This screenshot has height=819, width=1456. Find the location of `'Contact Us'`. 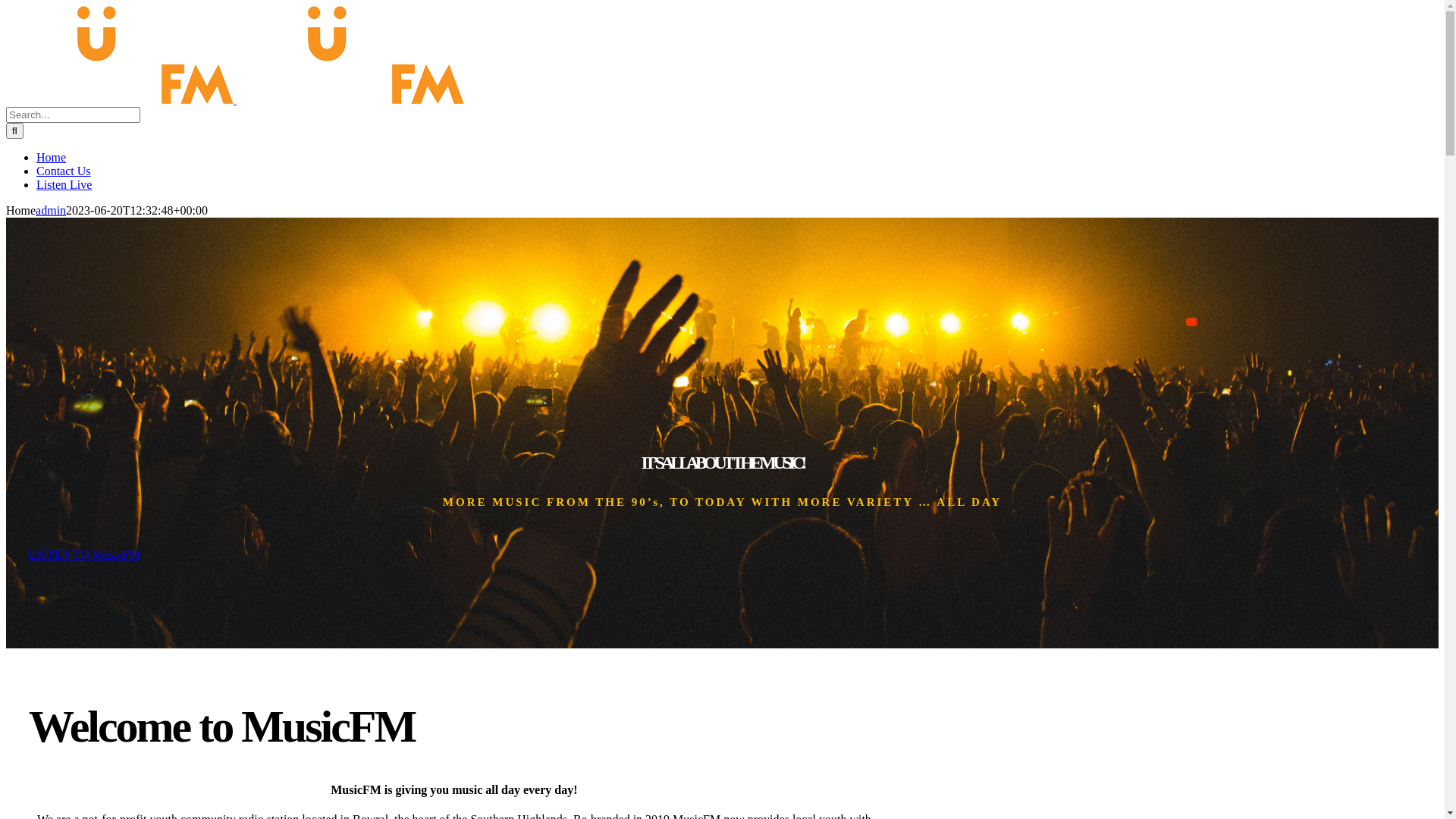

'Contact Us' is located at coordinates (62, 171).